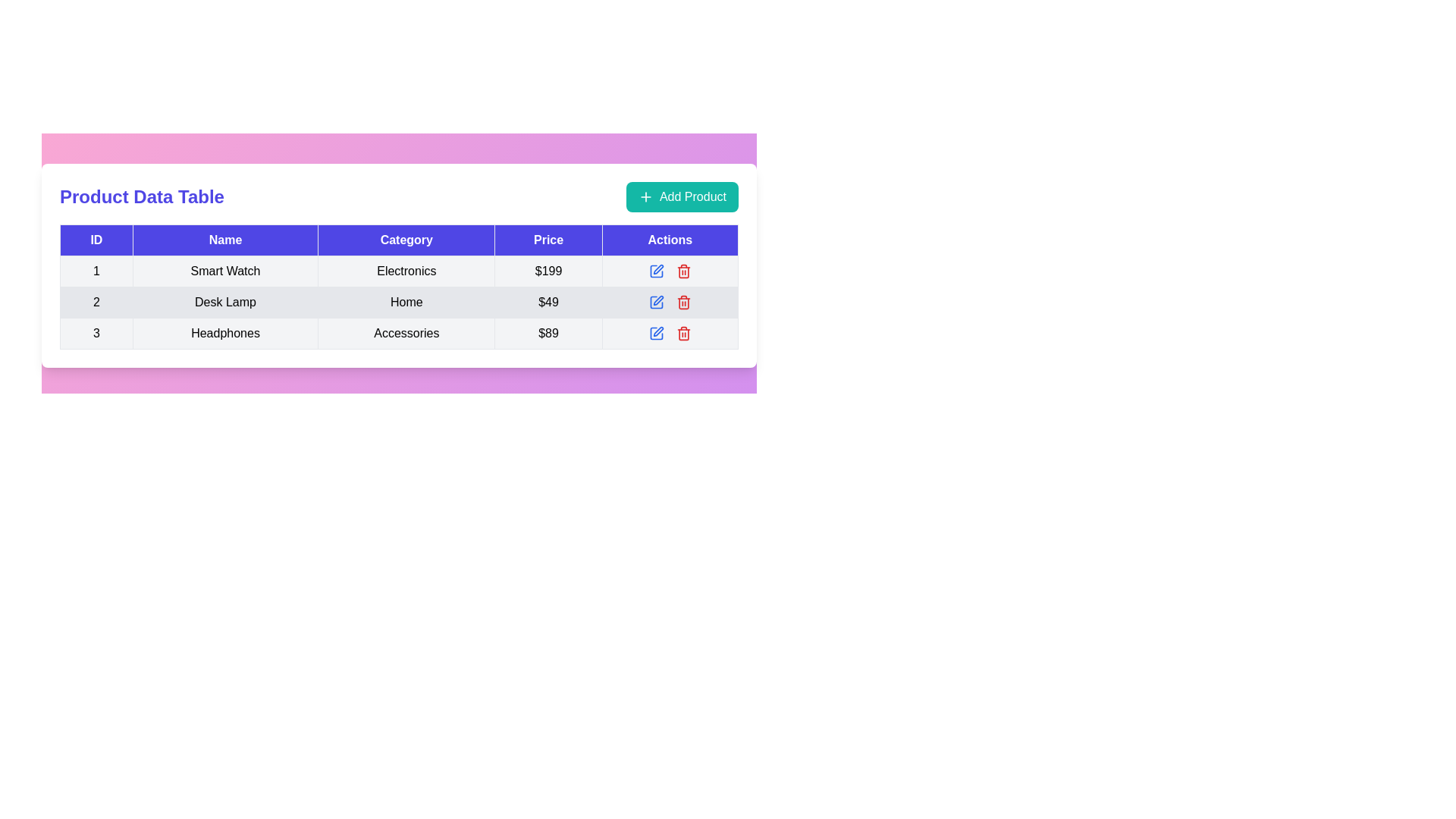  I want to click on the Text Display element that shows the price '$49', located in the fourth column of the second row of the table, adjacent to the 'Home' category on the left and the 'Actions' column on the right, so click(548, 302).